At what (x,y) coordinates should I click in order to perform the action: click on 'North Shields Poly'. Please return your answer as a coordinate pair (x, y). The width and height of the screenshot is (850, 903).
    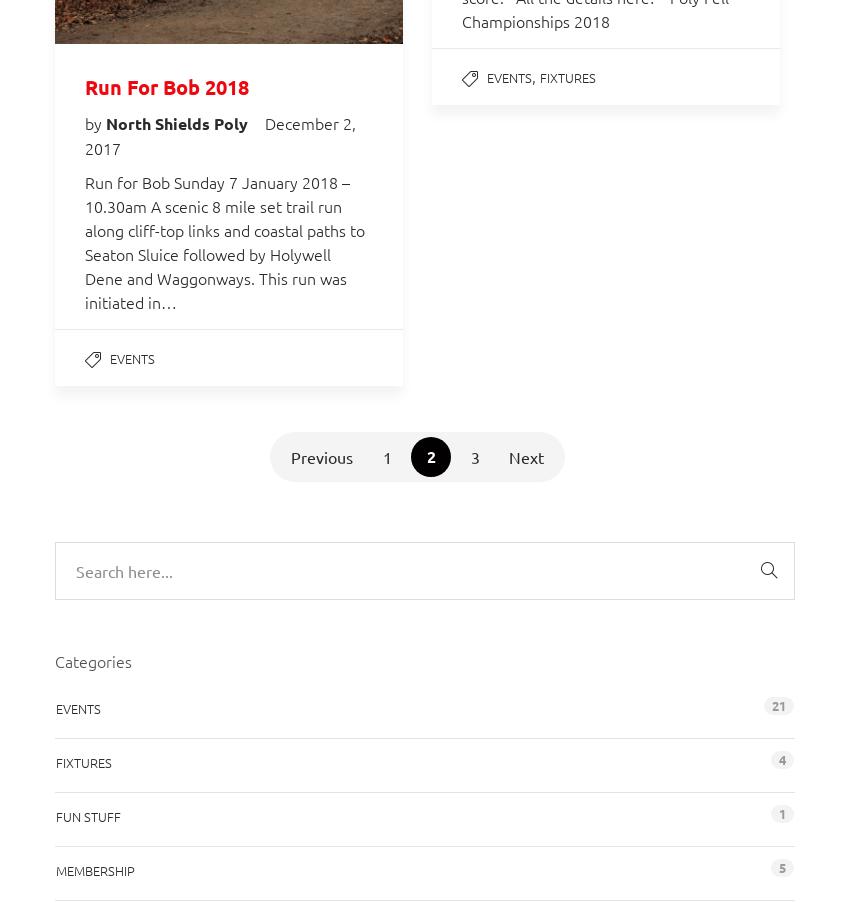
    Looking at the image, I should click on (178, 122).